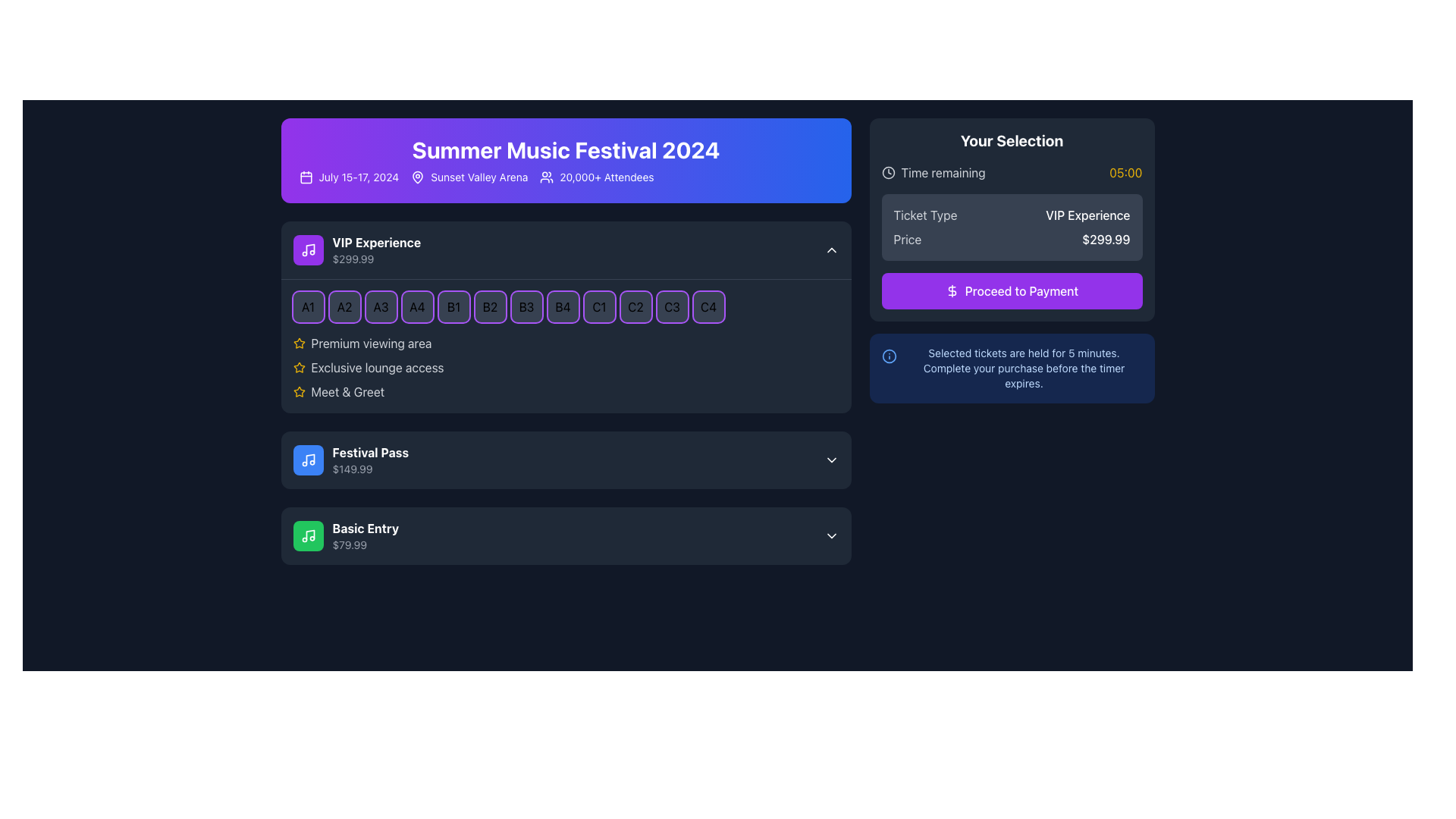 Image resolution: width=1456 pixels, height=819 pixels. Describe the element at coordinates (418, 177) in the screenshot. I see `the small square icon depicting a map pin, which is located immediately to the right of the 'July 15-17, 2024' text and to the left of the 'Sunset Valley Arena' text, below the header 'Summer Music Festival 2024.'` at that location.